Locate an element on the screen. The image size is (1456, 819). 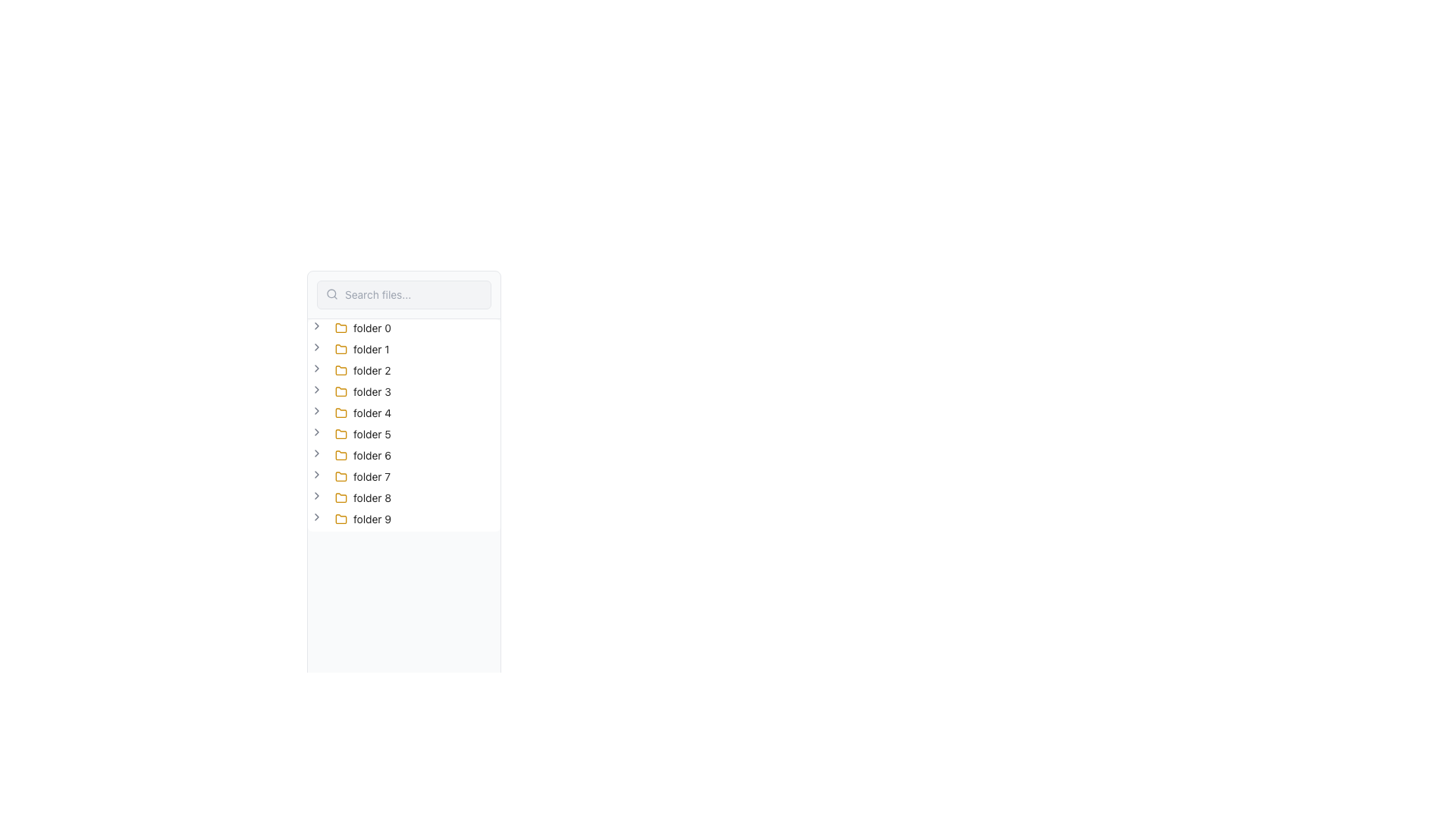
the folder icon representing 'folder 5', which is a bright yellow, minimalist folder icon located as the sixth item in a vertically aligned list is located at coordinates (340, 433).